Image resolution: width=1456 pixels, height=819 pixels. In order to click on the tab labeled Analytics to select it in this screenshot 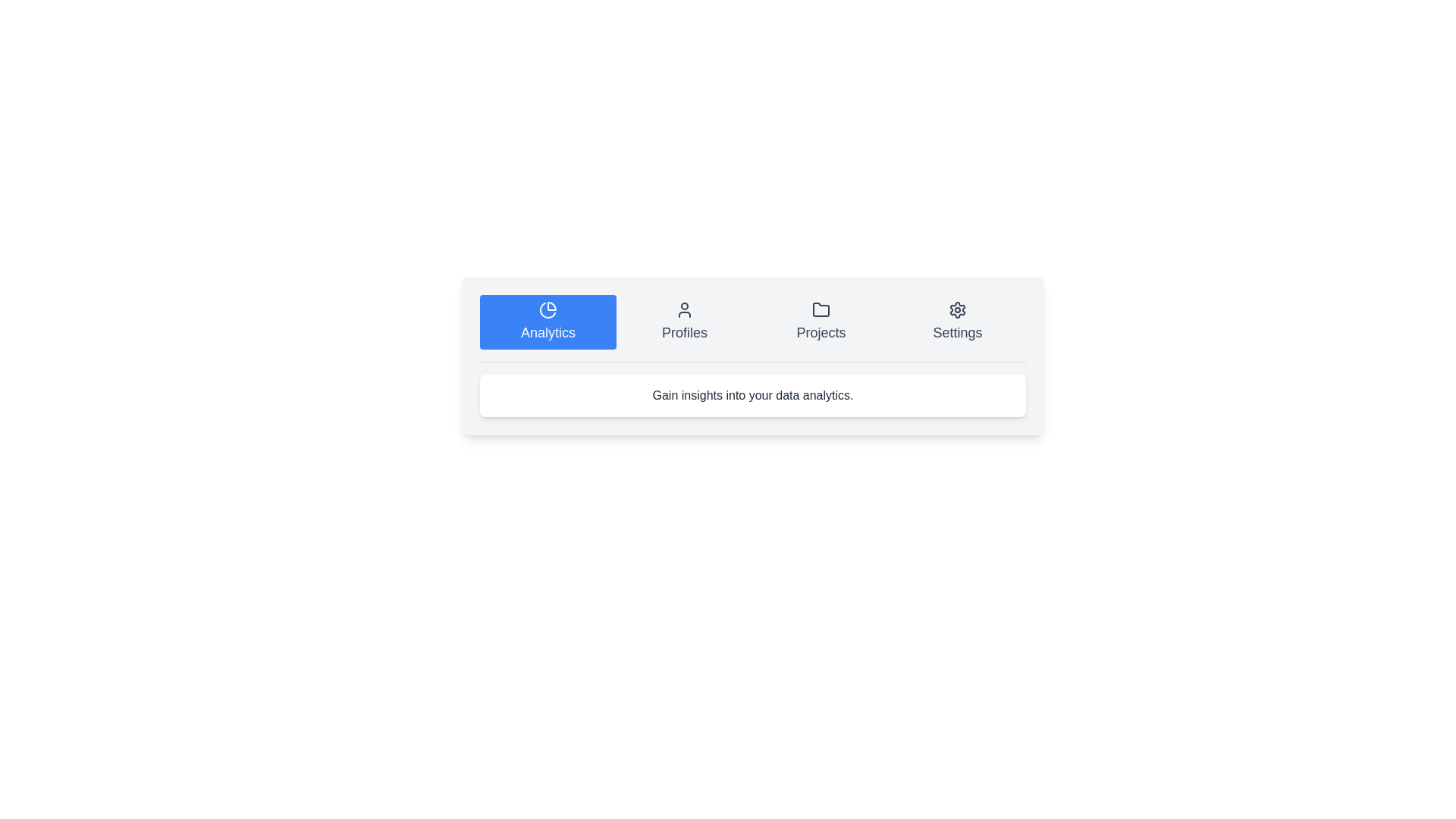, I will do `click(548, 321)`.